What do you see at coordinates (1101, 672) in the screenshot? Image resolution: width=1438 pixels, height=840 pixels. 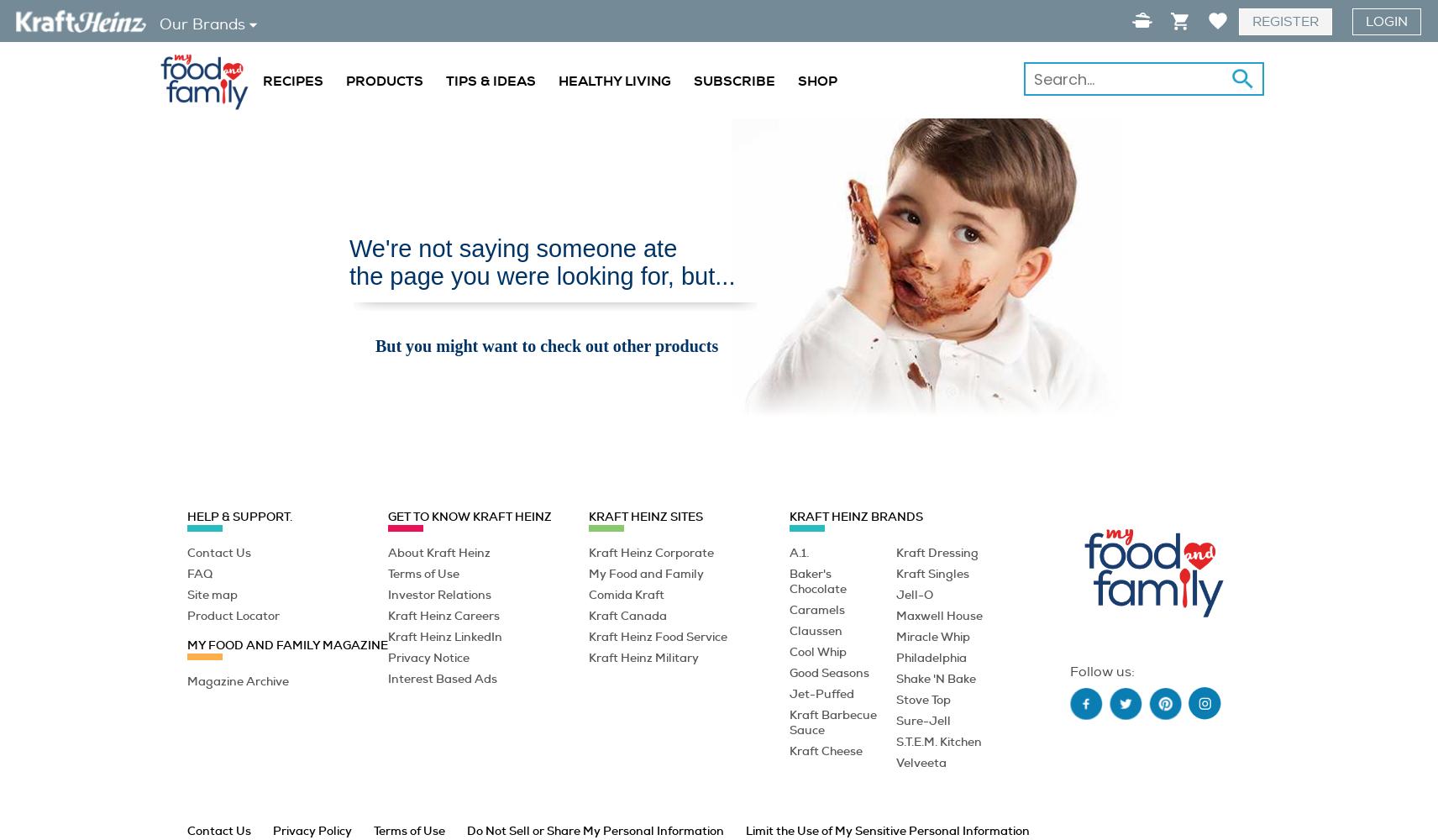 I see `'Follow us:'` at bounding box center [1101, 672].